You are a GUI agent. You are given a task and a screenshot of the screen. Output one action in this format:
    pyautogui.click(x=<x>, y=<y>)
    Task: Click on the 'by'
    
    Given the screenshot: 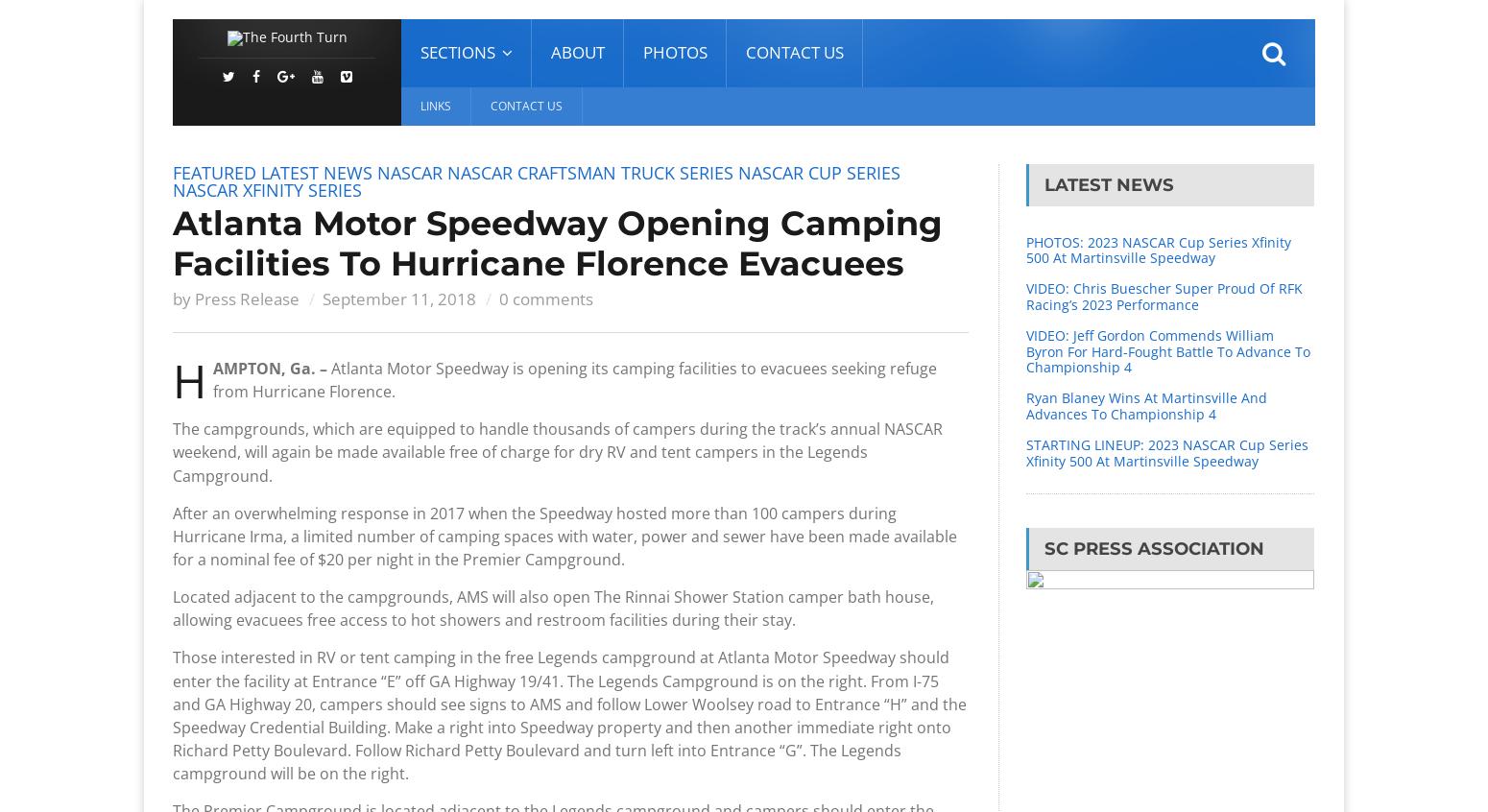 What is the action you would take?
    pyautogui.click(x=171, y=298)
    